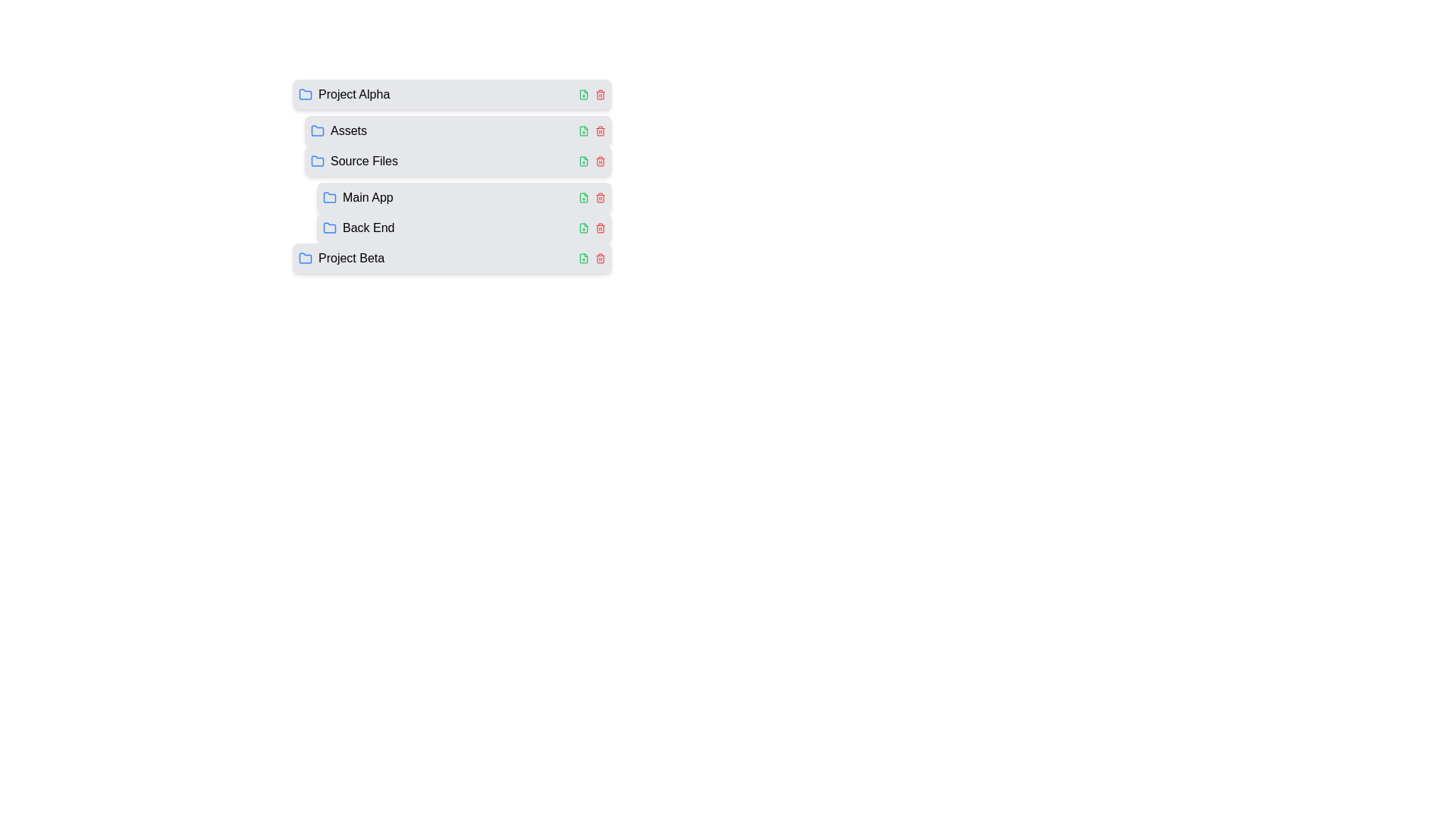  What do you see at coordinates (350, 257) in the screenshot?
I see `the static text label displaying 'Project Beta'` at bounding box center [350, 257].